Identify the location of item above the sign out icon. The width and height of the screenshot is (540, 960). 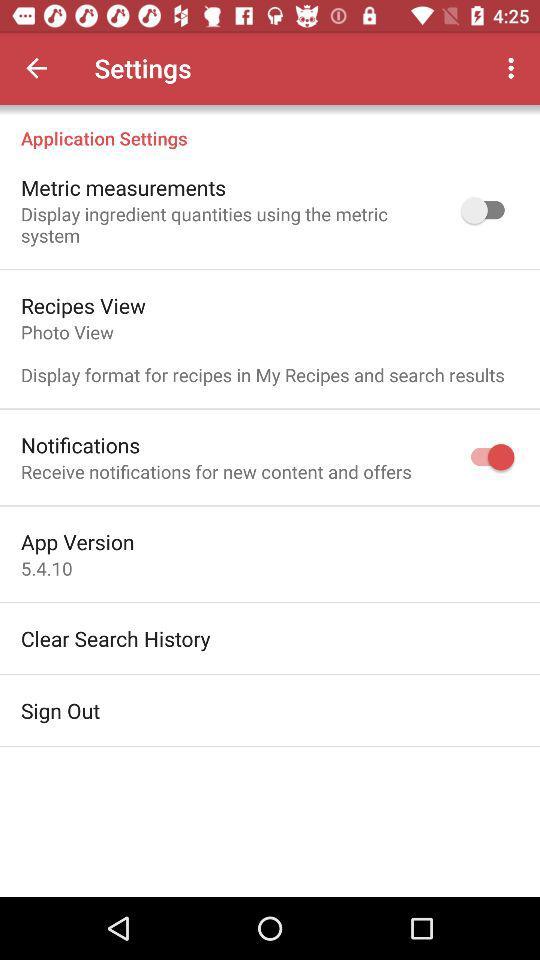
(115, 637).